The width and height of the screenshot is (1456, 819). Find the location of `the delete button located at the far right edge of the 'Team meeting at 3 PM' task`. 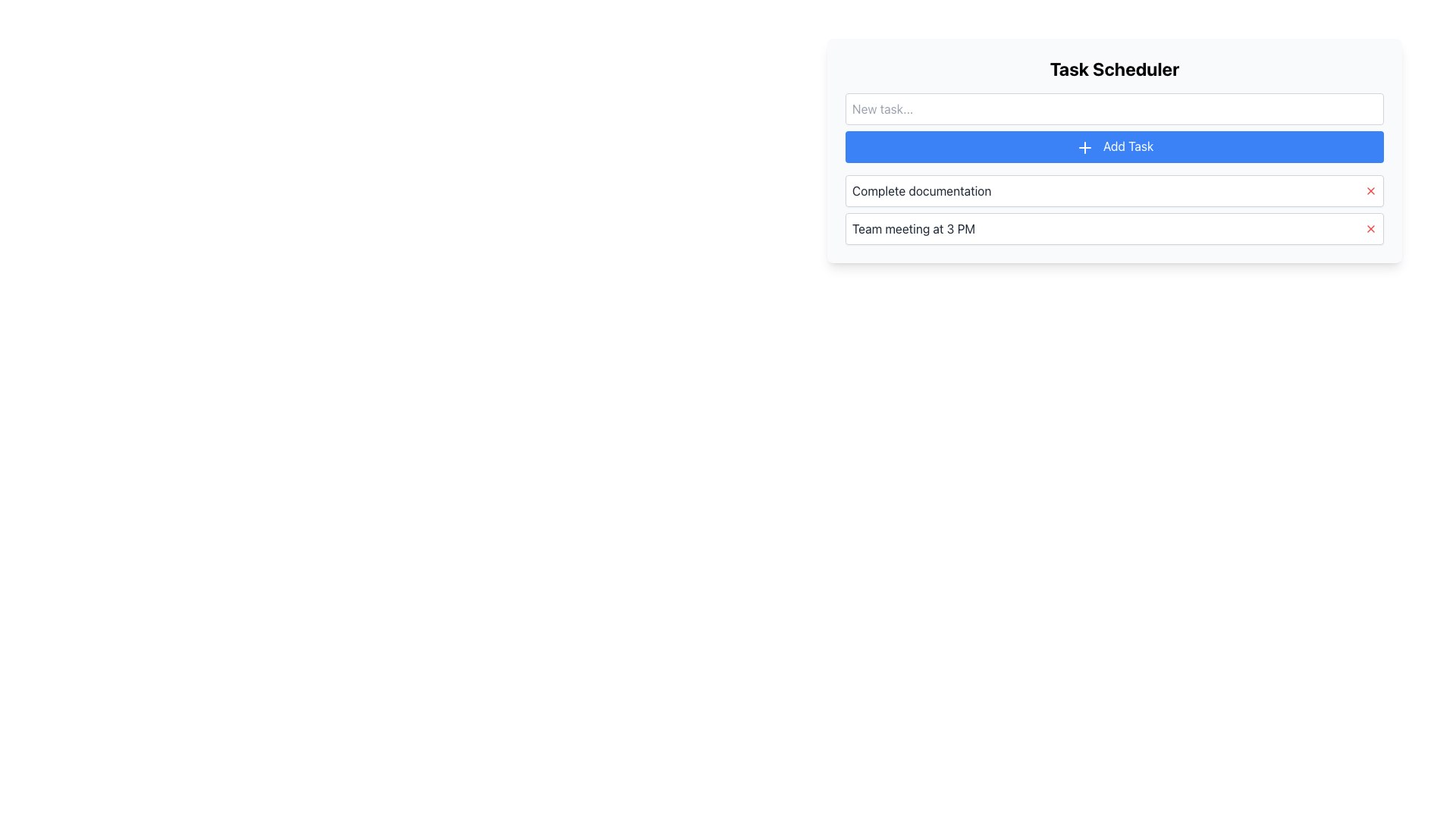

the delete button located at the far right edge of the 'Team meeting at 3 PM' task is located at coordinates (1371, 227).